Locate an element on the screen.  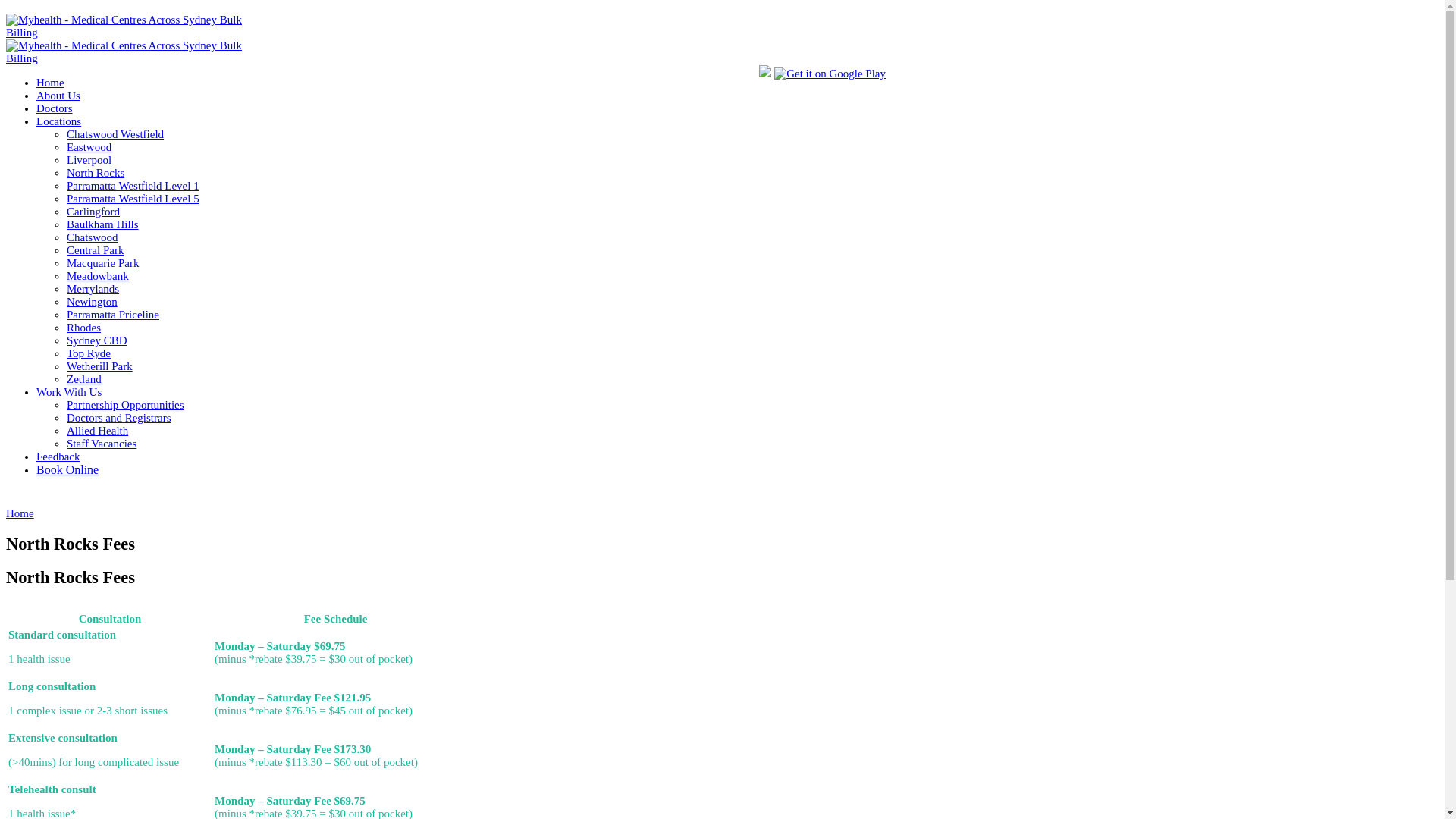
'Book Online' is located at coordinates (67, 469).